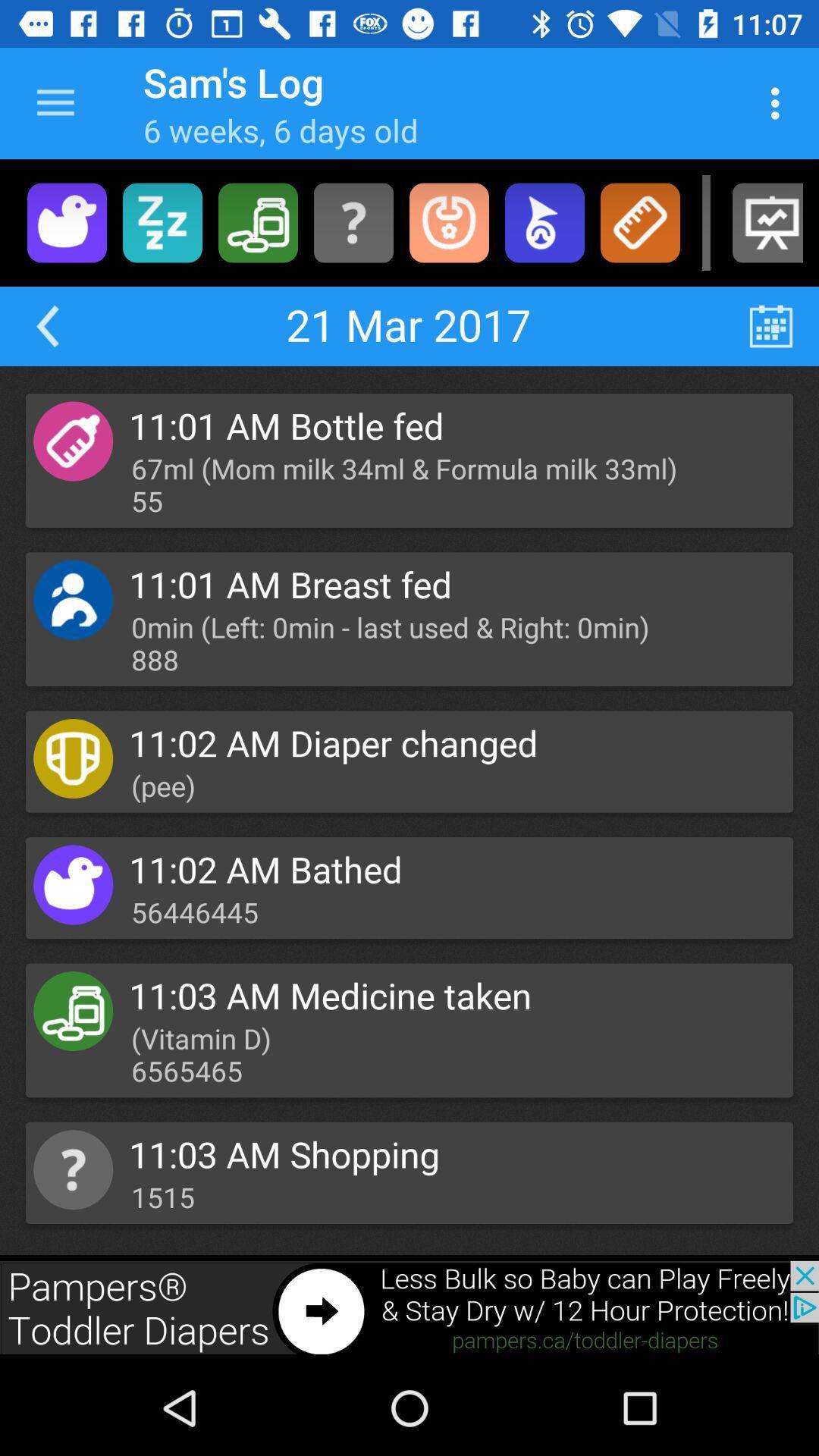 Image resolution: width=819 pixels, height=1456 pixels. I want to click on the date_range icon, so click(771, 325).